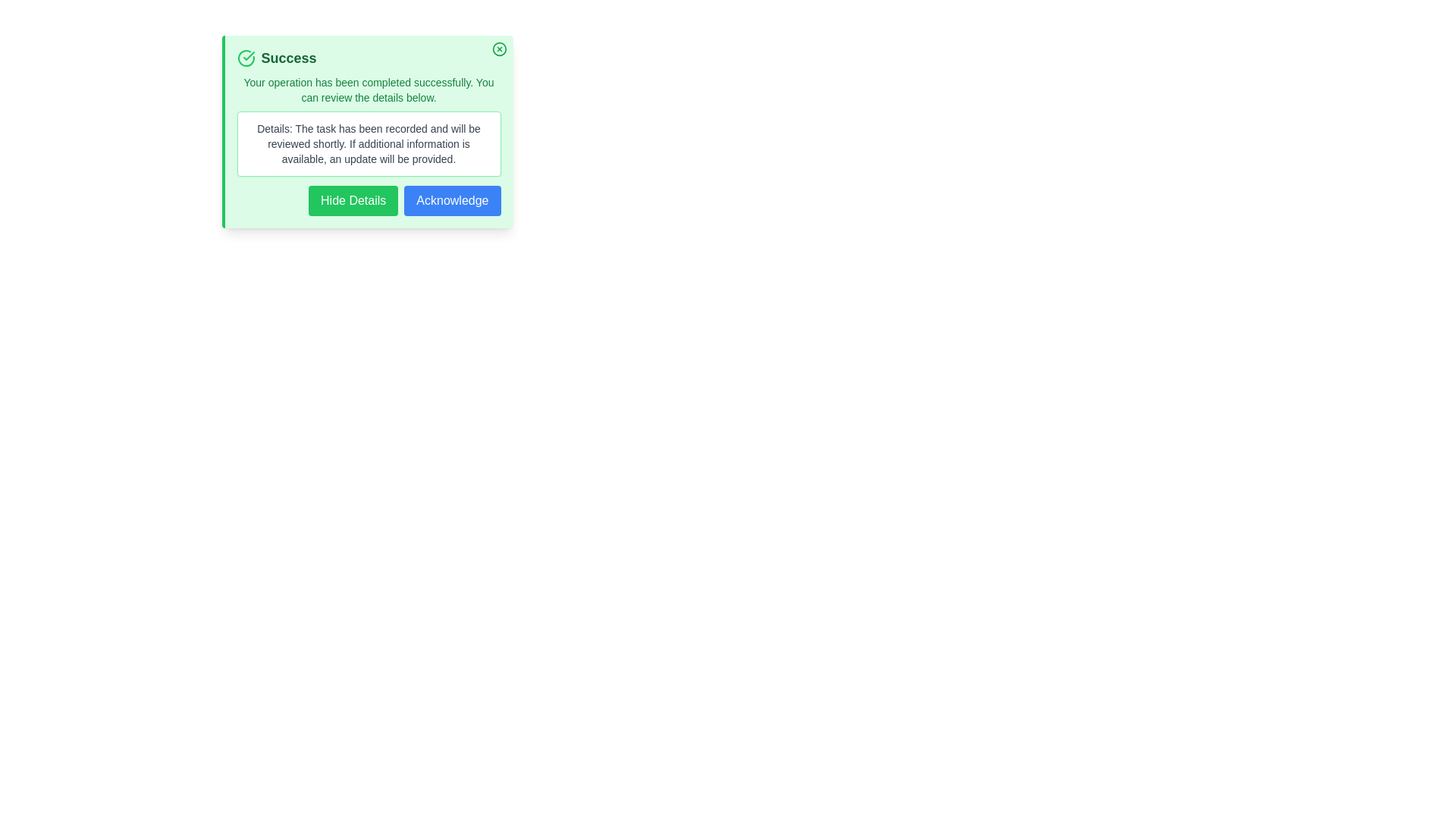 Image resolution: width=1456 pixels, height=819 pixels. I want to click on the details section text to select it, so click(369, 143).